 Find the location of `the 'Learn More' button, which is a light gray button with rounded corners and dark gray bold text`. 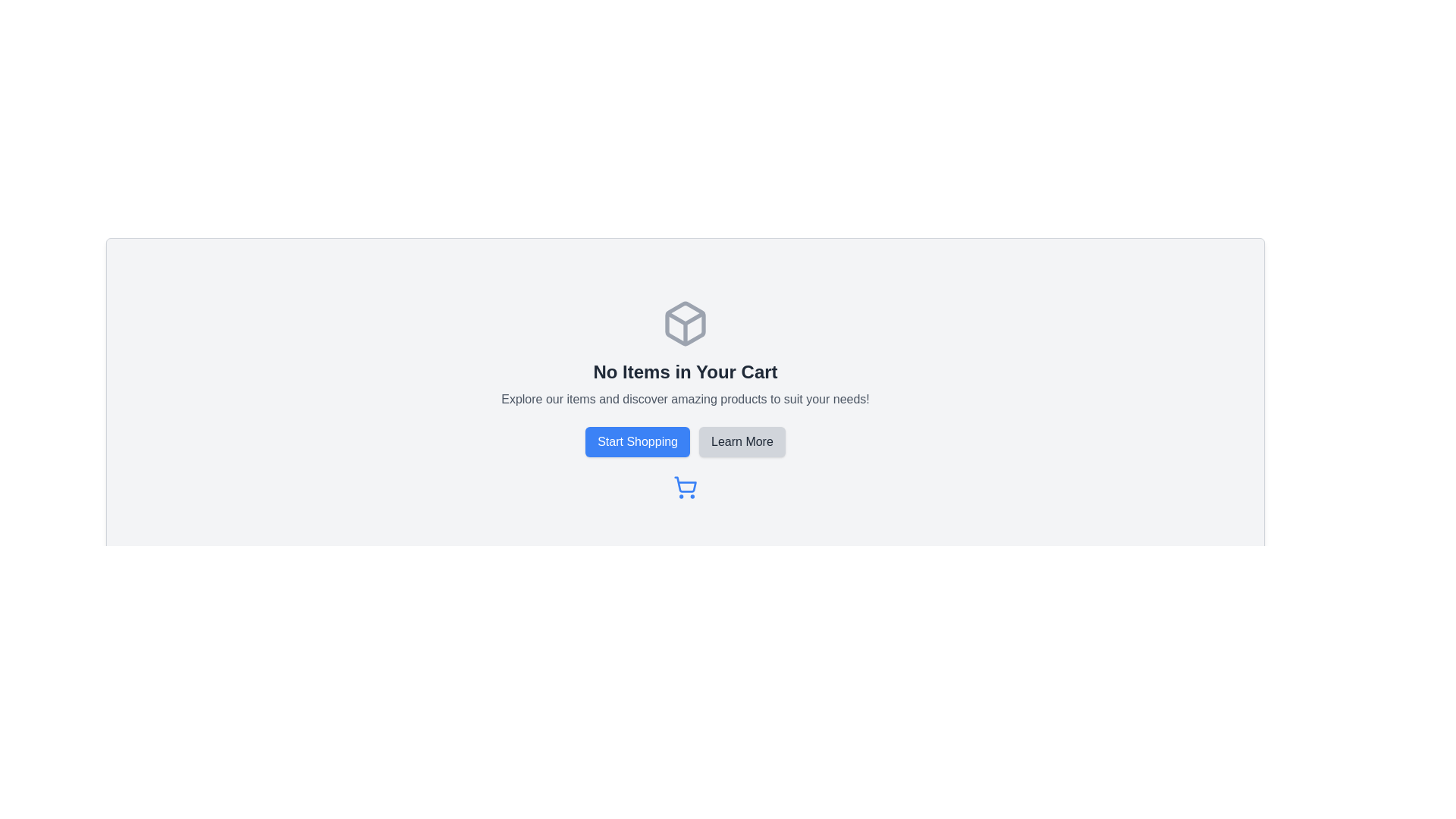

the 'Learn More' button, which is a light gray button with rounded corners and dark gray bold text is located at coordinates (742, 441).